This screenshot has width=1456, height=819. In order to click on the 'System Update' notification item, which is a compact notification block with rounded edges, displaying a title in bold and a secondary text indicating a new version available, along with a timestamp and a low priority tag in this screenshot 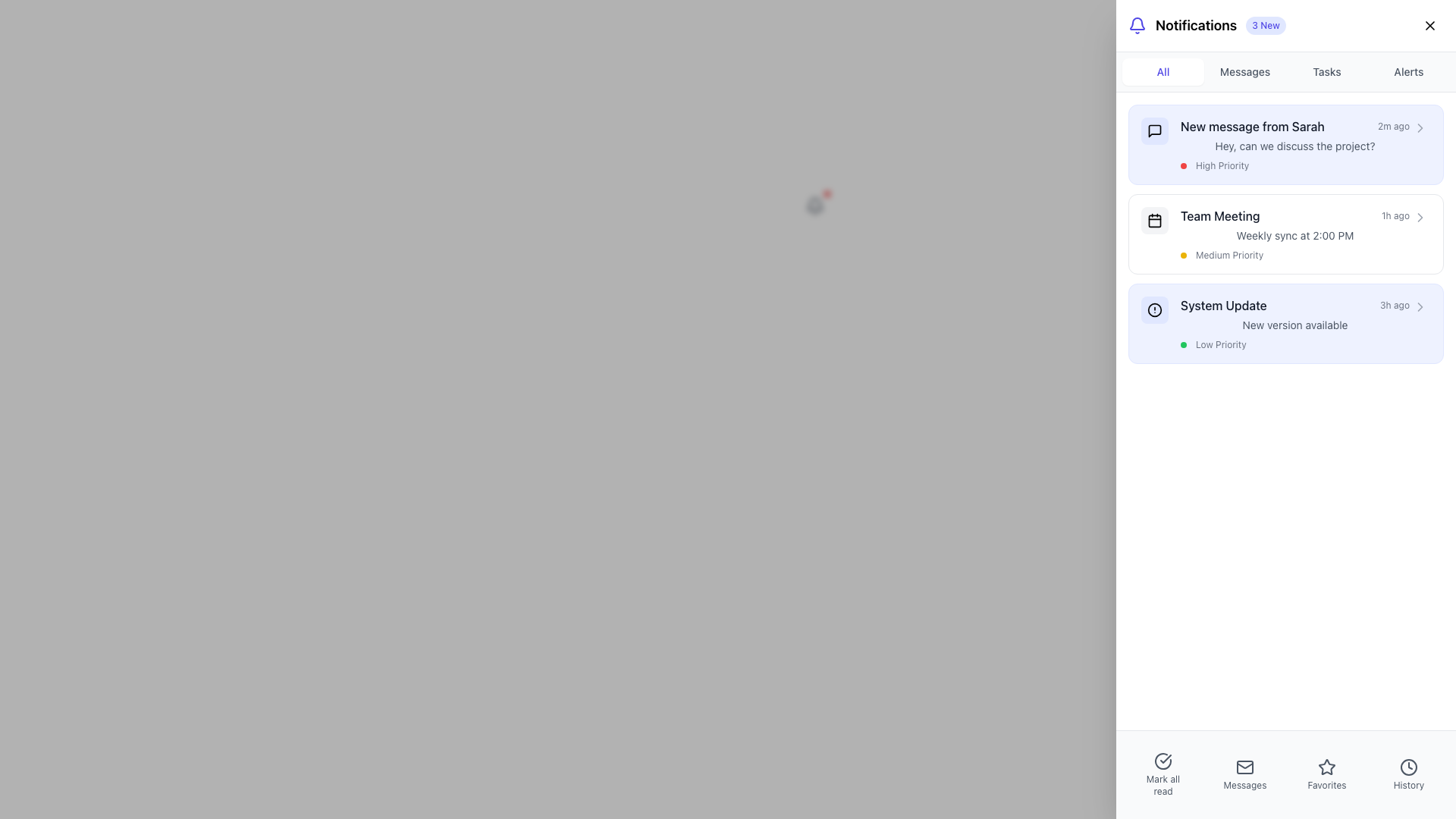, I will do `click(1294, 323)`.